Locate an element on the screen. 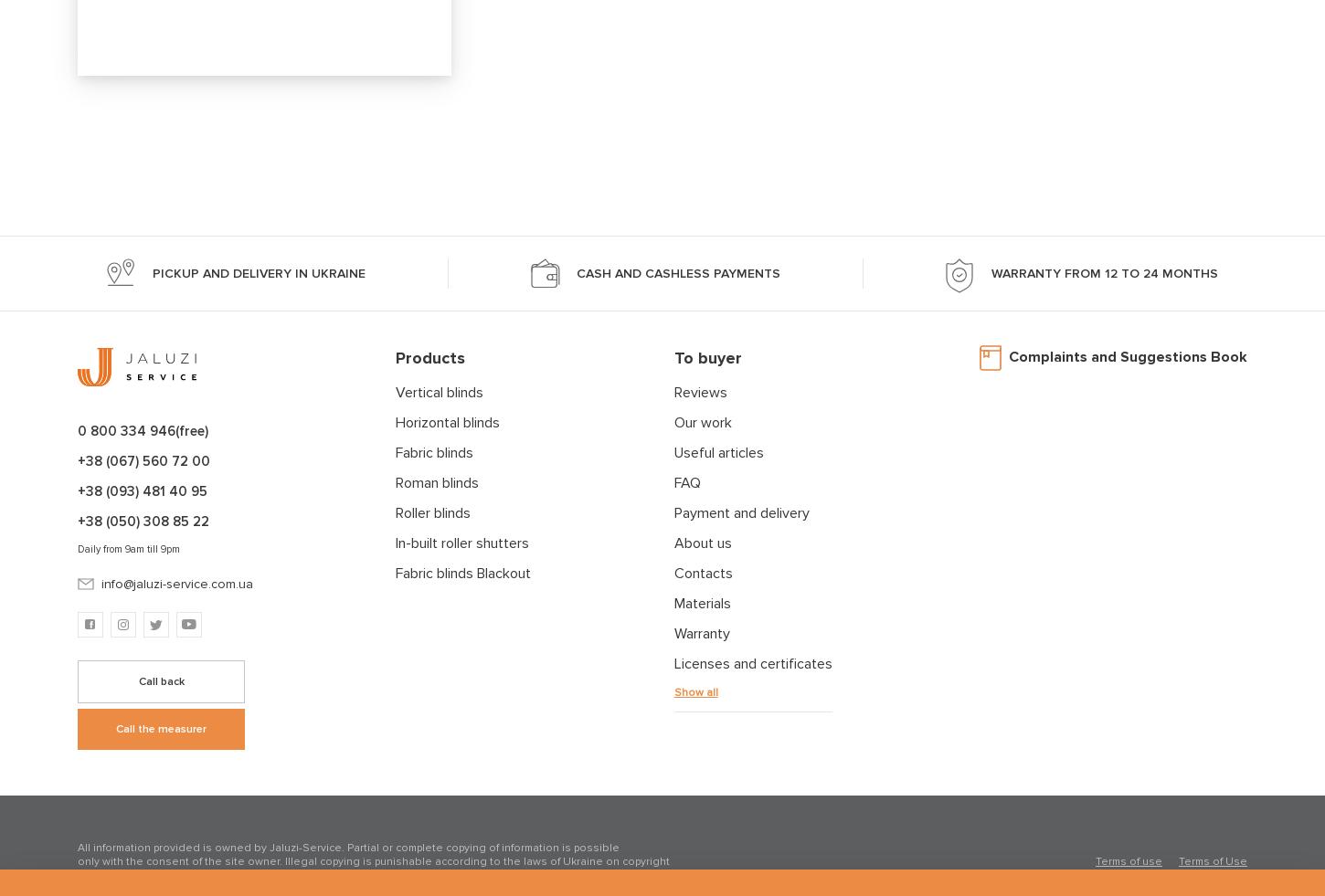 The width and height of the screenshot is (1325, 896). 'Fabric blinds Blackout' is located at coordinates (463, 574).